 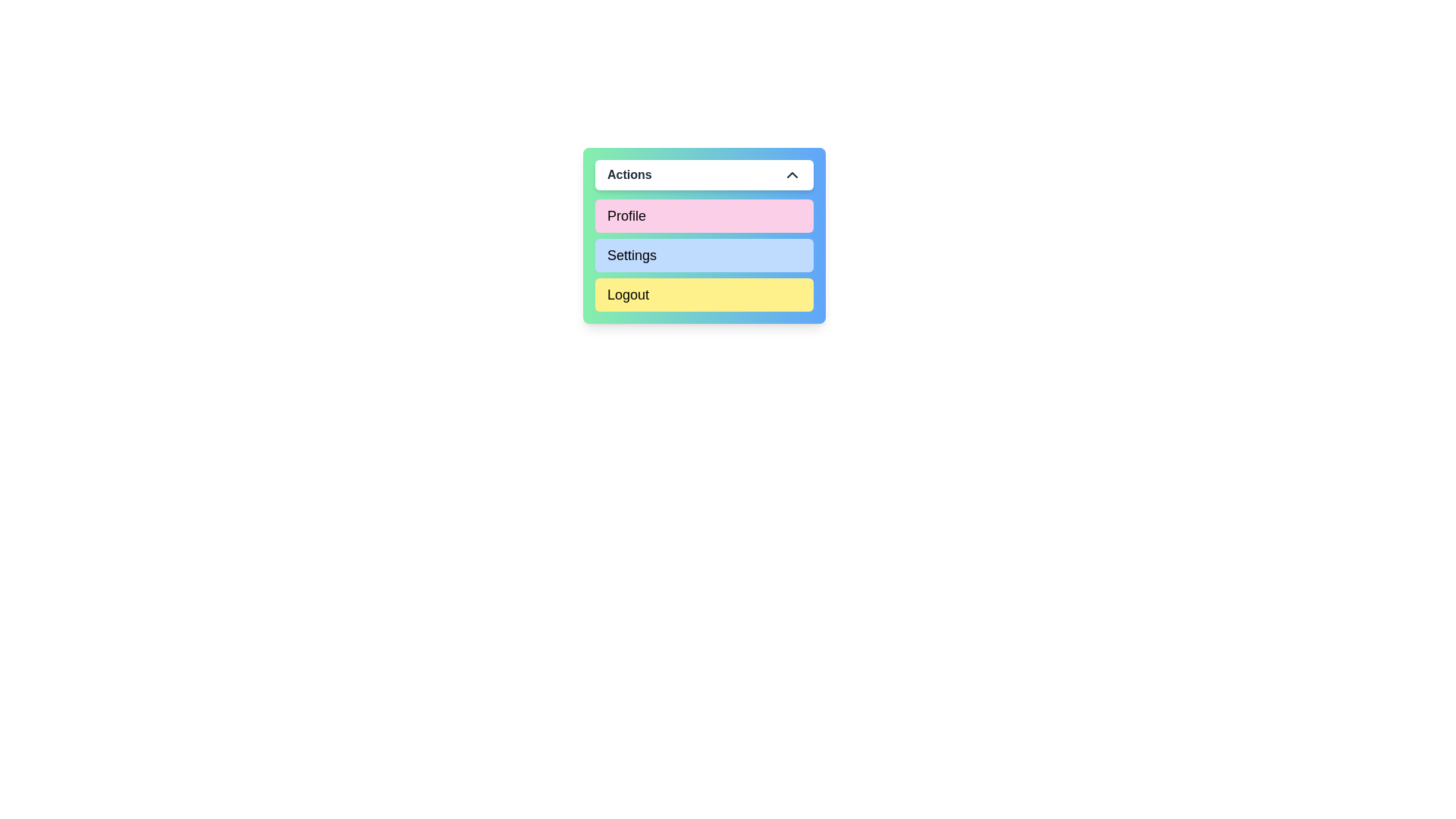 What do you see at coordinates (704, 216) in the screenshot?
I see `the button located at the top of the 'Actions' list` at bounding box center [704, 216].